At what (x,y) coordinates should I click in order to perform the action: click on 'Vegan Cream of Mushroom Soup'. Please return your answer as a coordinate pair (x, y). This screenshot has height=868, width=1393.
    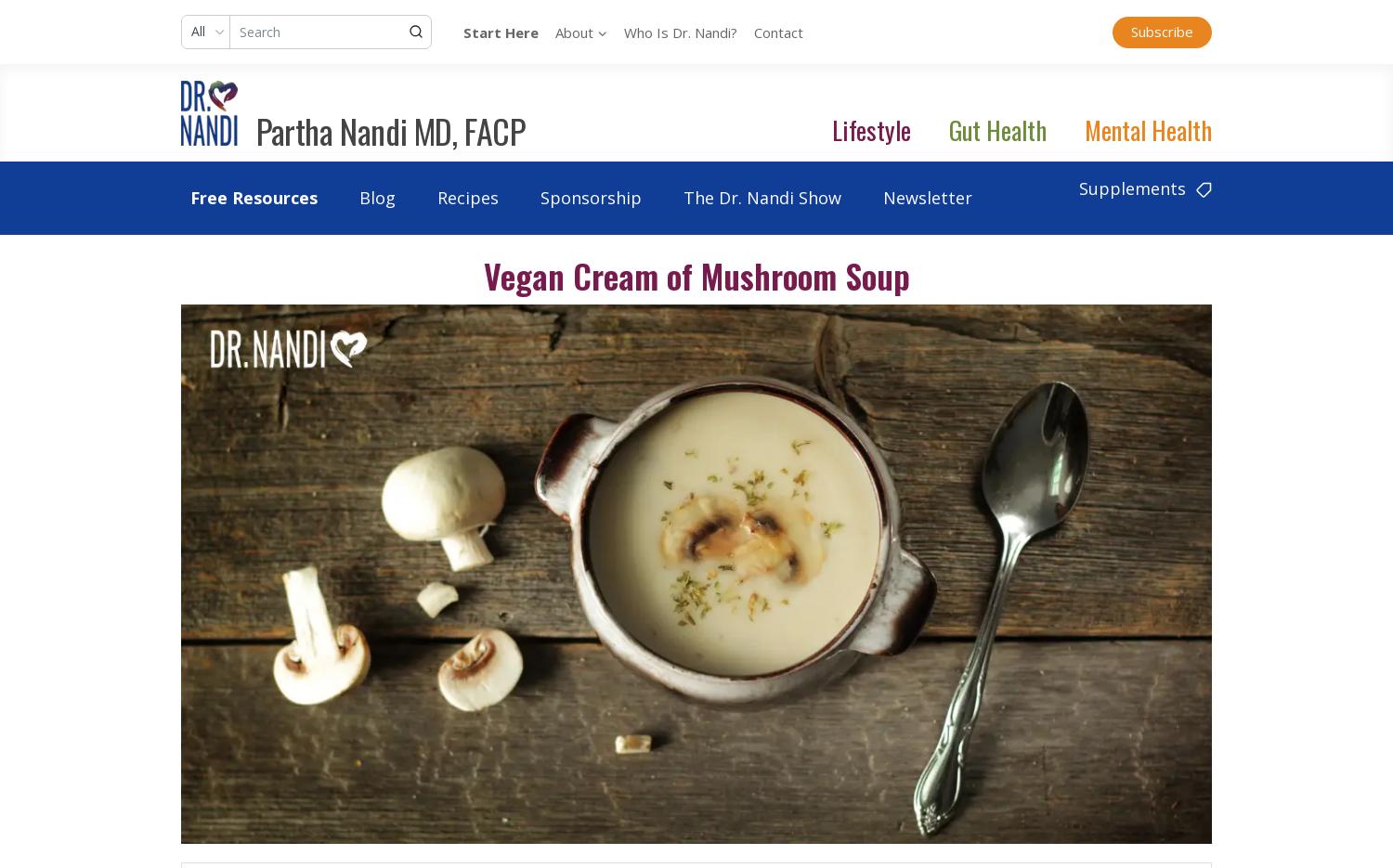
    Looking at the image, I should click on (695, 274).